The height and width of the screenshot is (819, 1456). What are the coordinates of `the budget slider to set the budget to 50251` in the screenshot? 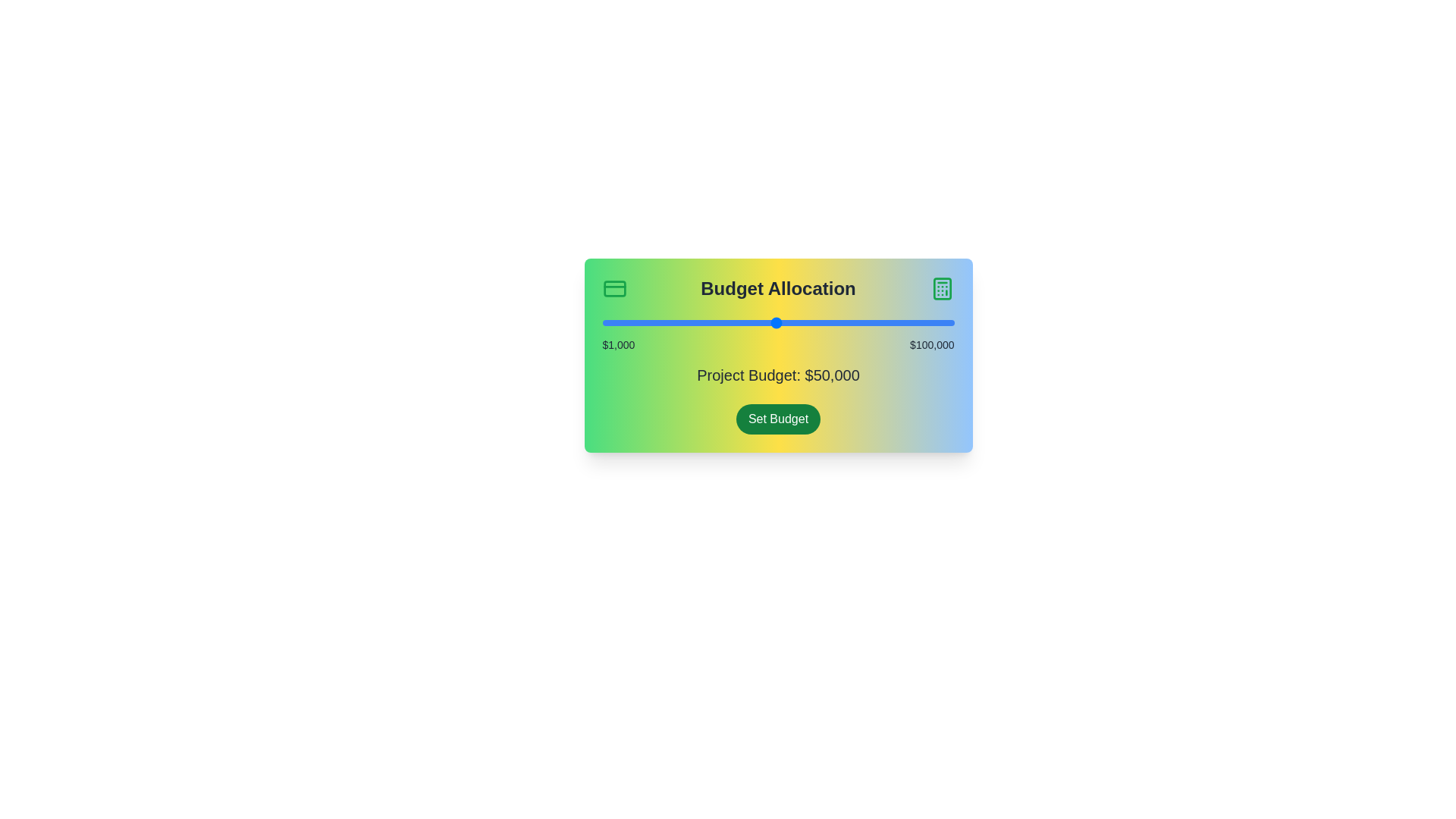 It's located at (777, 322).